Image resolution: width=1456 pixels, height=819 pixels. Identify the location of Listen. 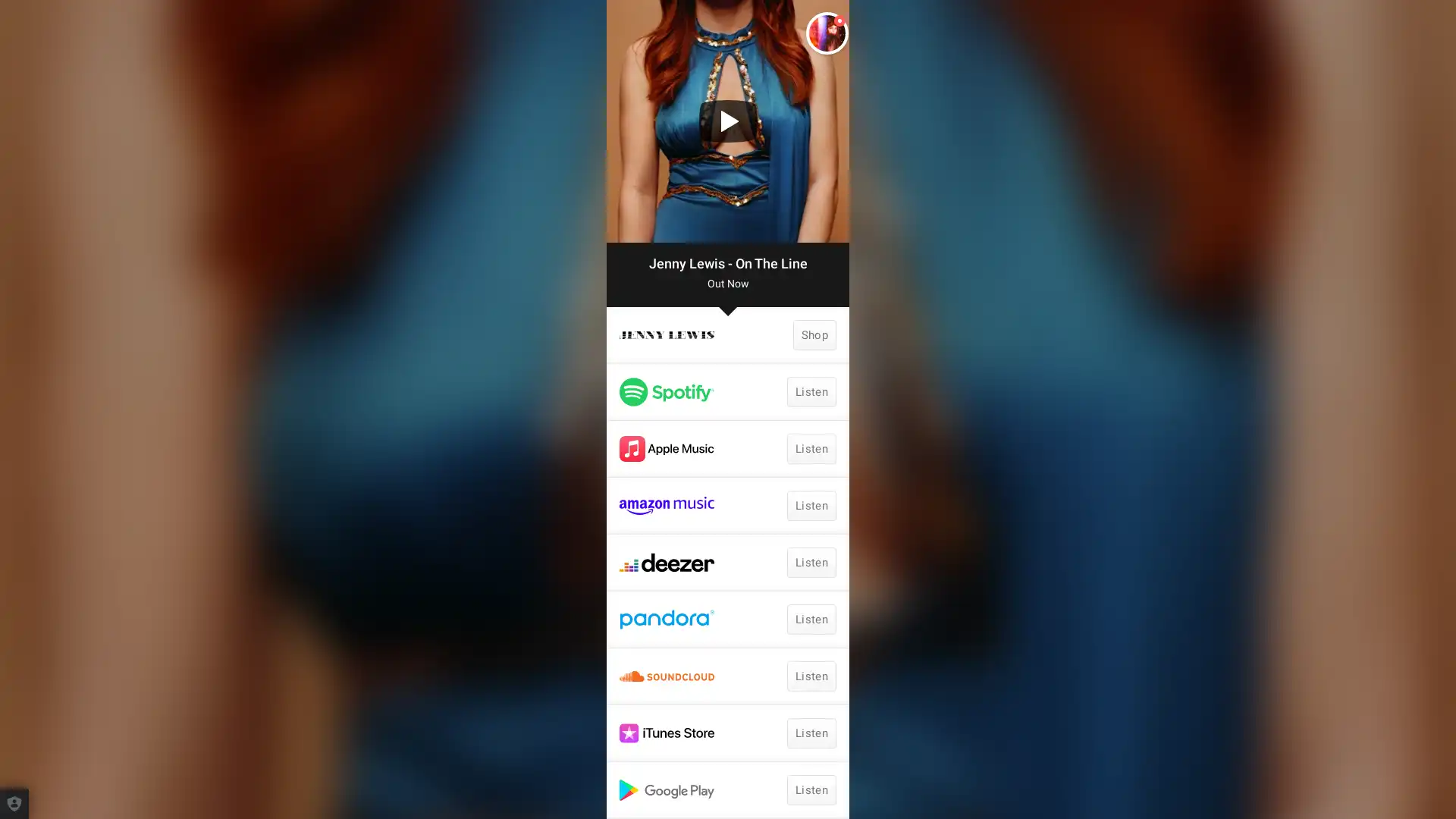
(811, 391).